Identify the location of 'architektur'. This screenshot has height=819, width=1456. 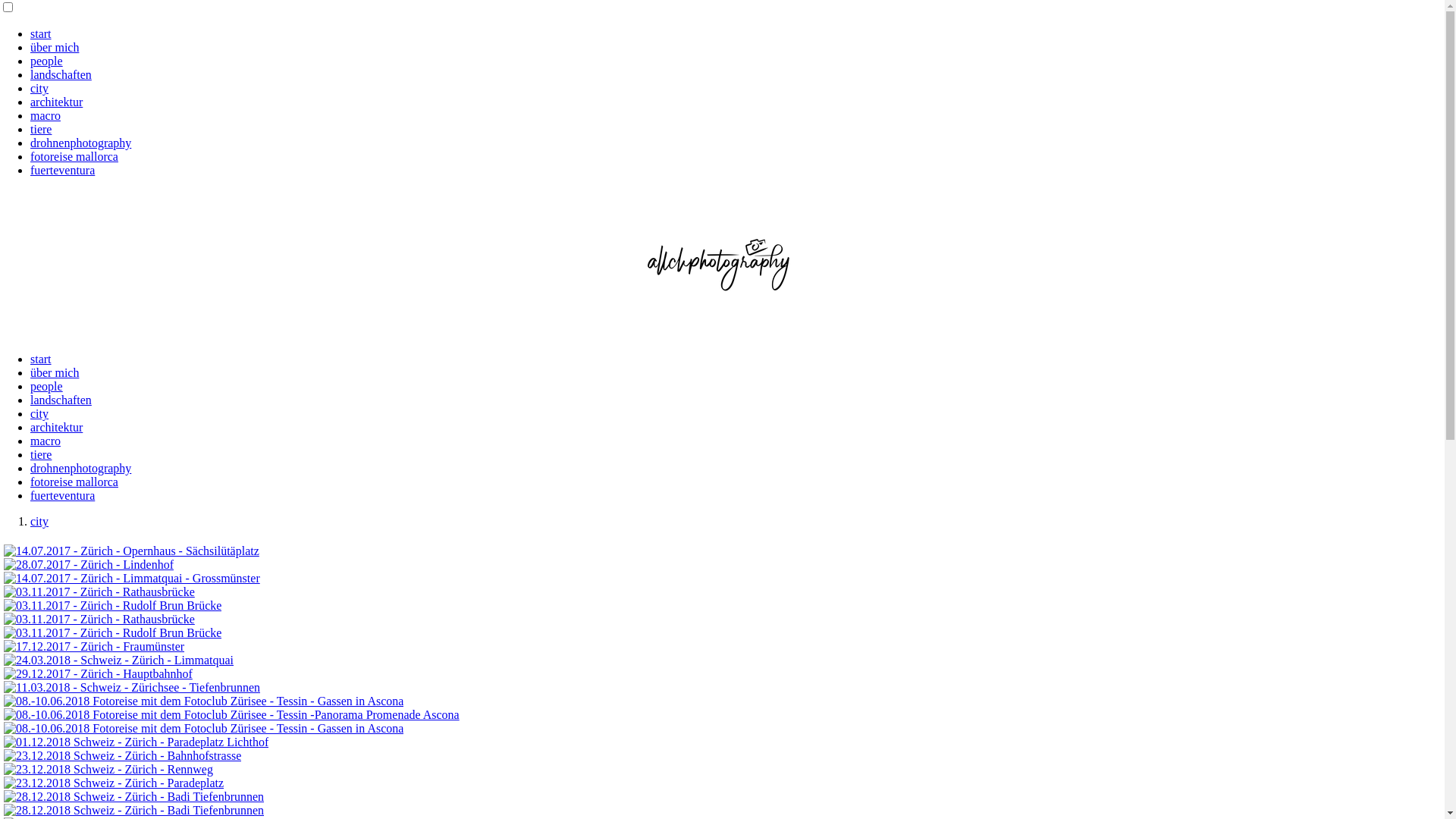
(56, 102).